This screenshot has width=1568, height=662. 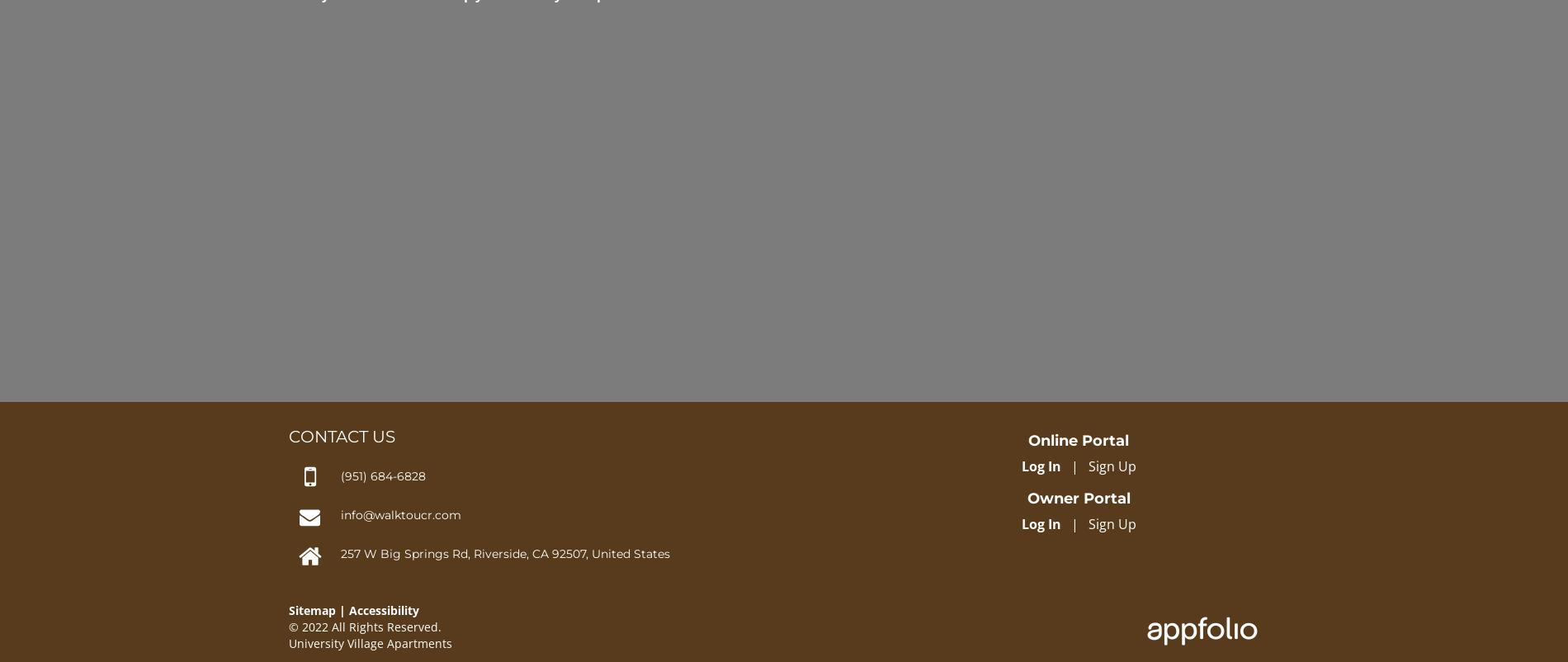 What do you see at coordinates (347, 610) in the screenshot?
I see `'Accessibility'` at bounding box center [347, 610].